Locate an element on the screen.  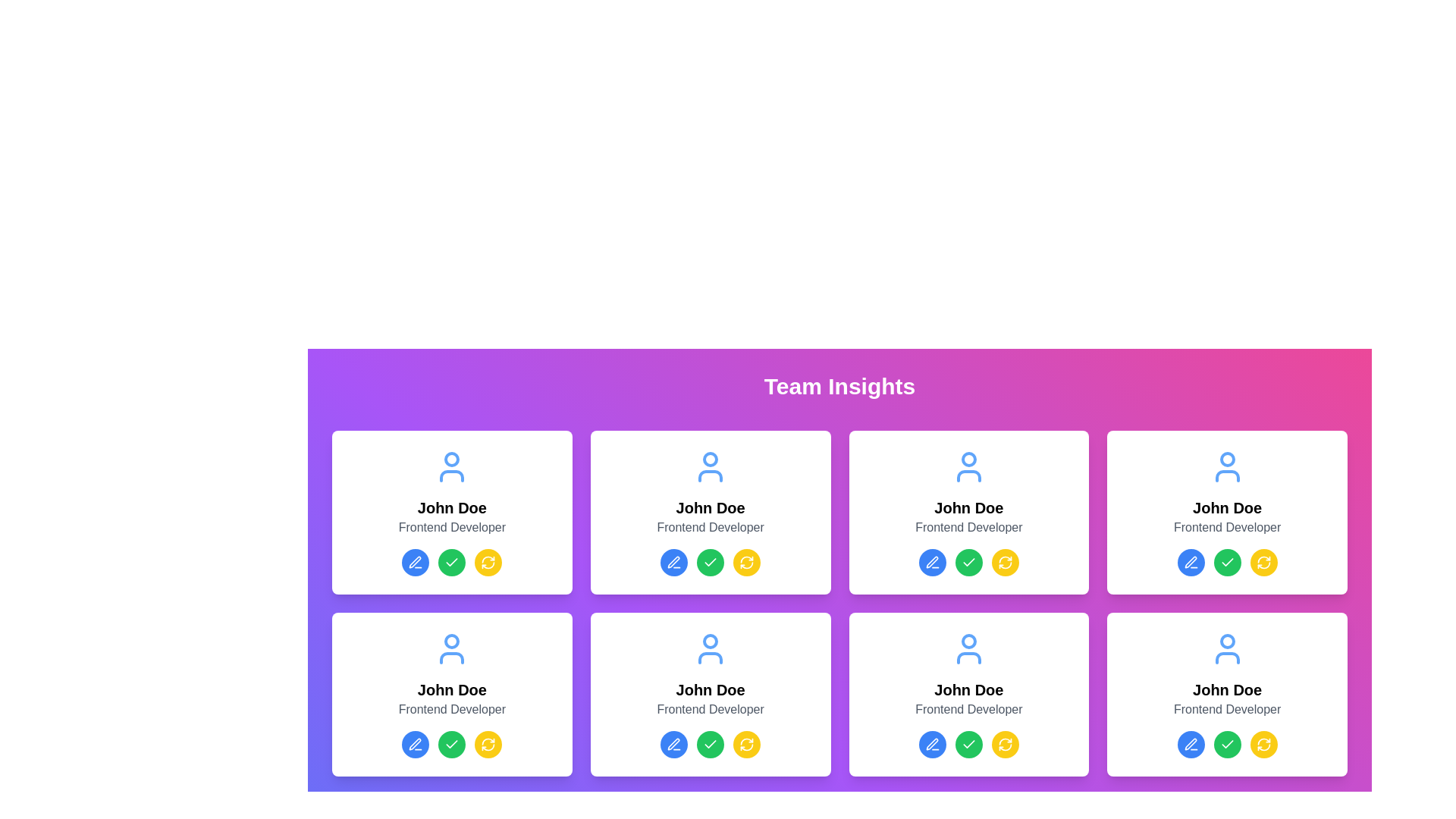
static text label indicating the profession or job title associated with the card, which is located in the third card of the top row, below the 'John Doe' name label and above three circular buttons is located at coordinates (968, 526).